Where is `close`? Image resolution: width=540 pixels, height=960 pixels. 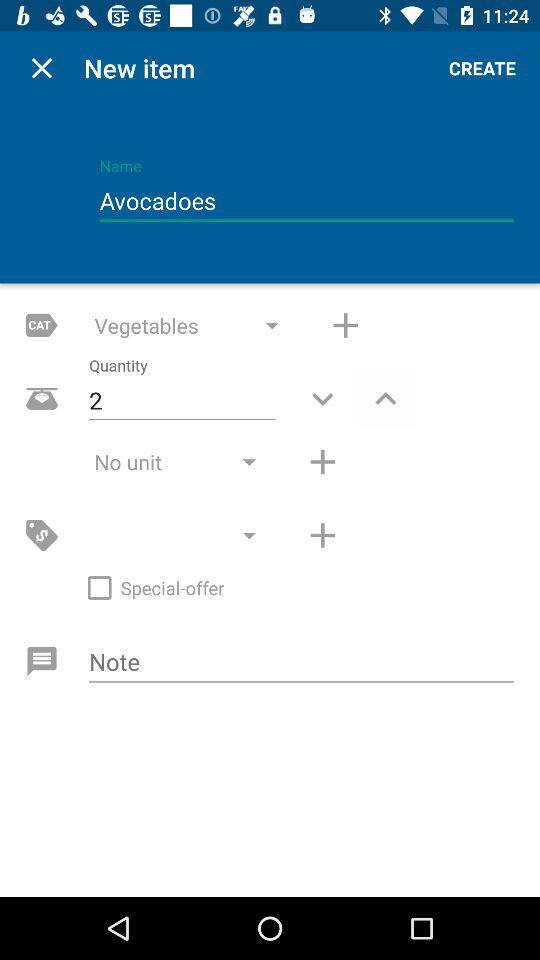
close is located at coordinates (42, 68).